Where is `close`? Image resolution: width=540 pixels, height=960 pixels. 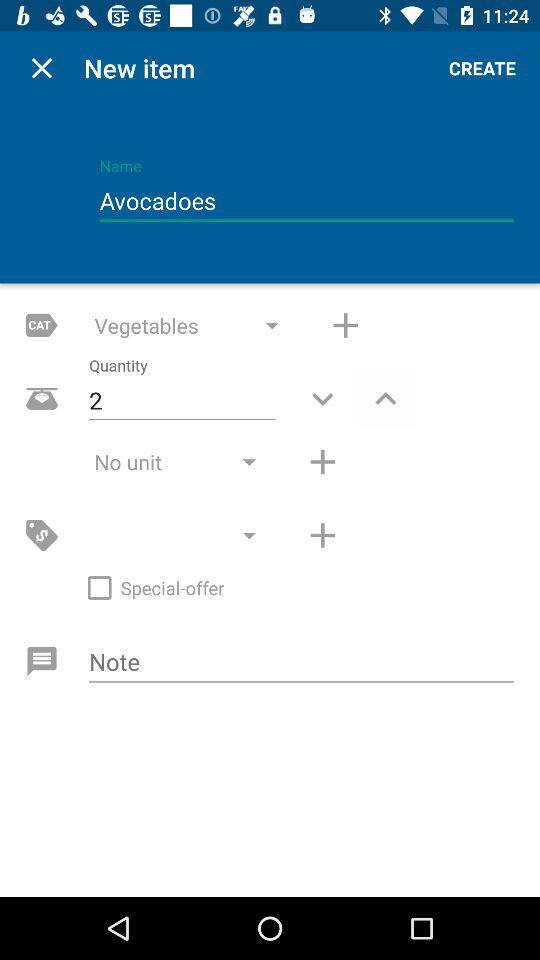
close is located at coordinates (42, 68).